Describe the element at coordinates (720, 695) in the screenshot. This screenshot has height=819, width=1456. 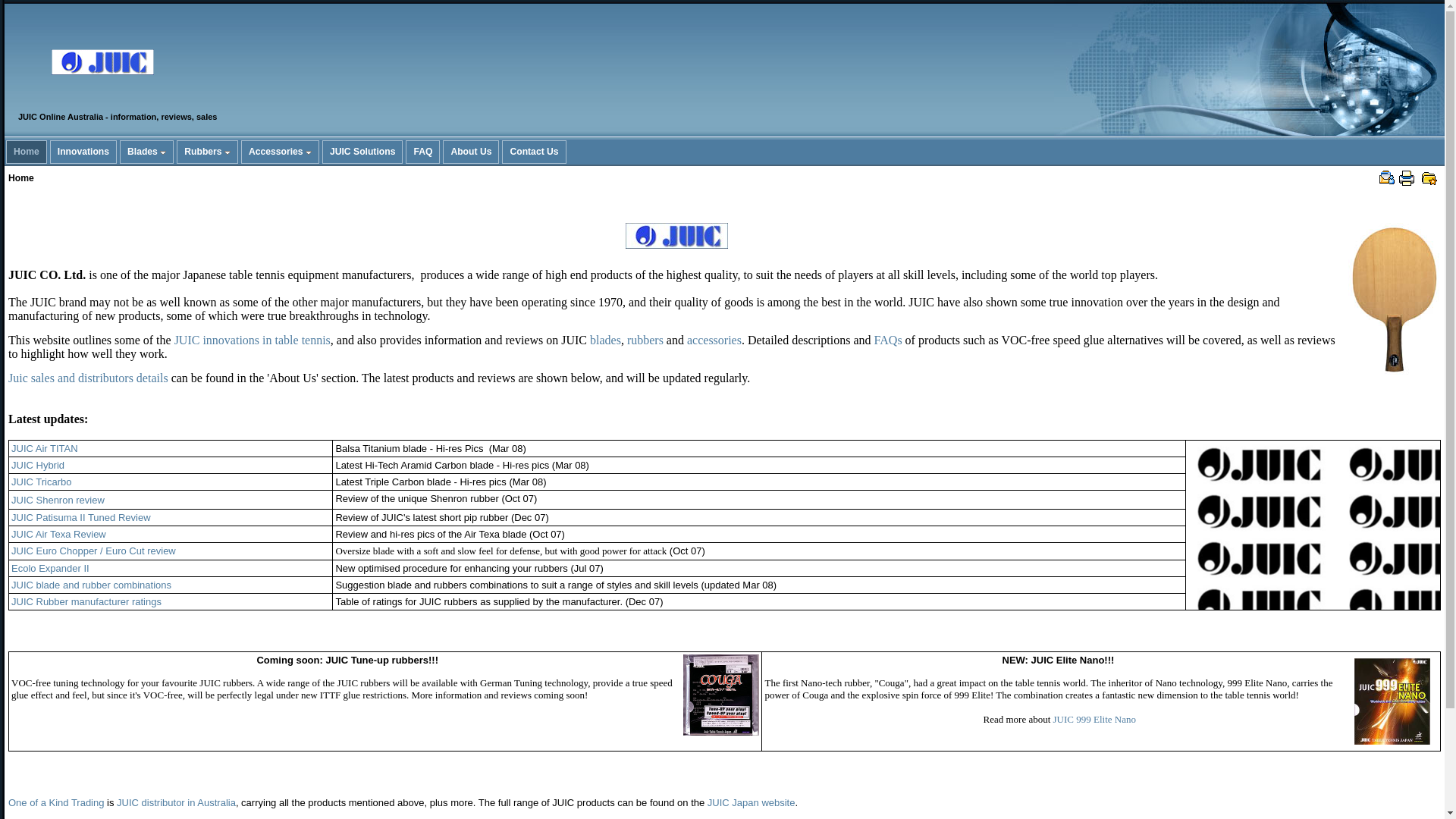
I see `'JUIC Couga Tune-up'` at that location.